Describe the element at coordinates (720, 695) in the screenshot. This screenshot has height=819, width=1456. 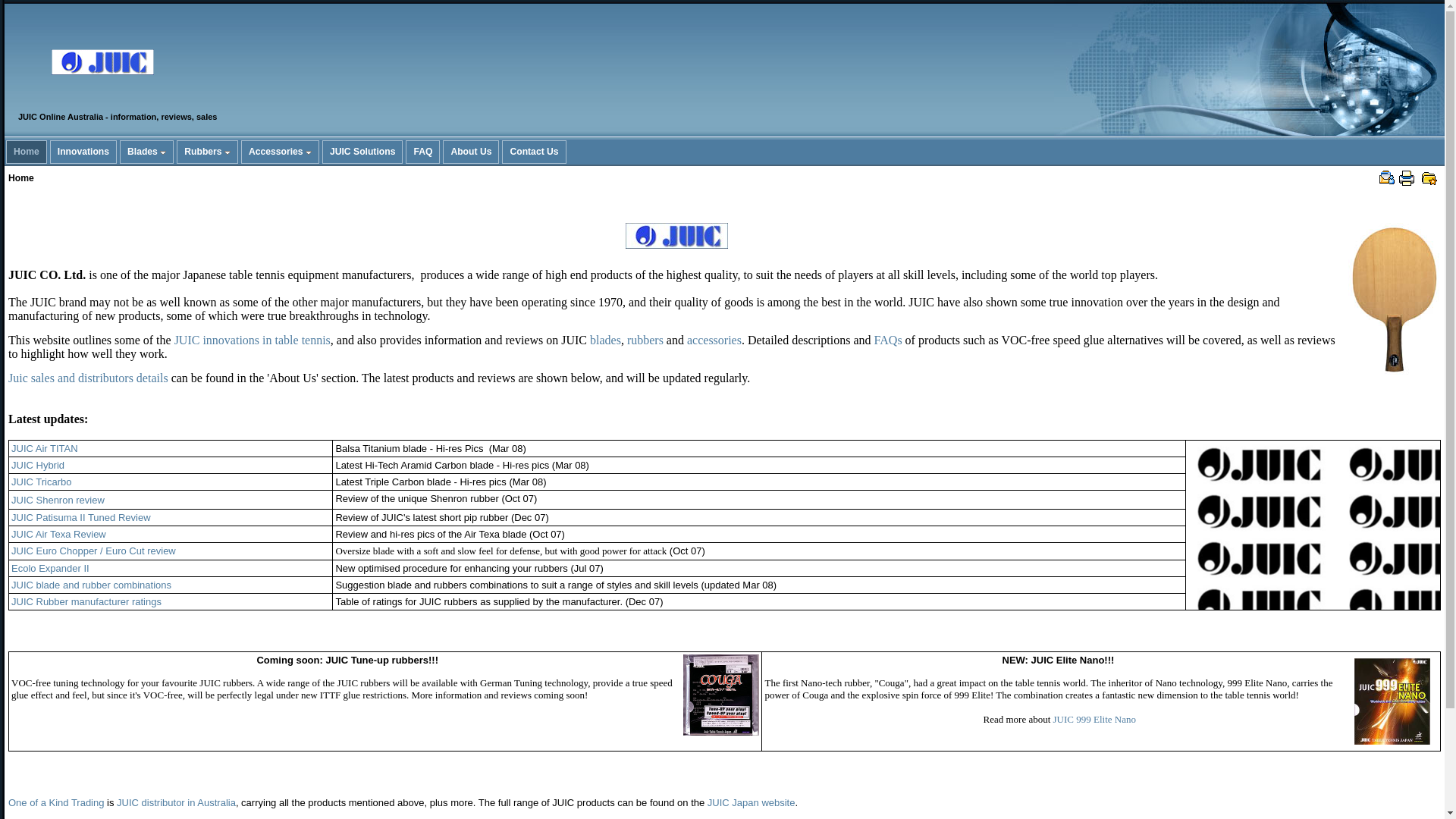
I see `'JUIC Couga Tune-up'` at that location.